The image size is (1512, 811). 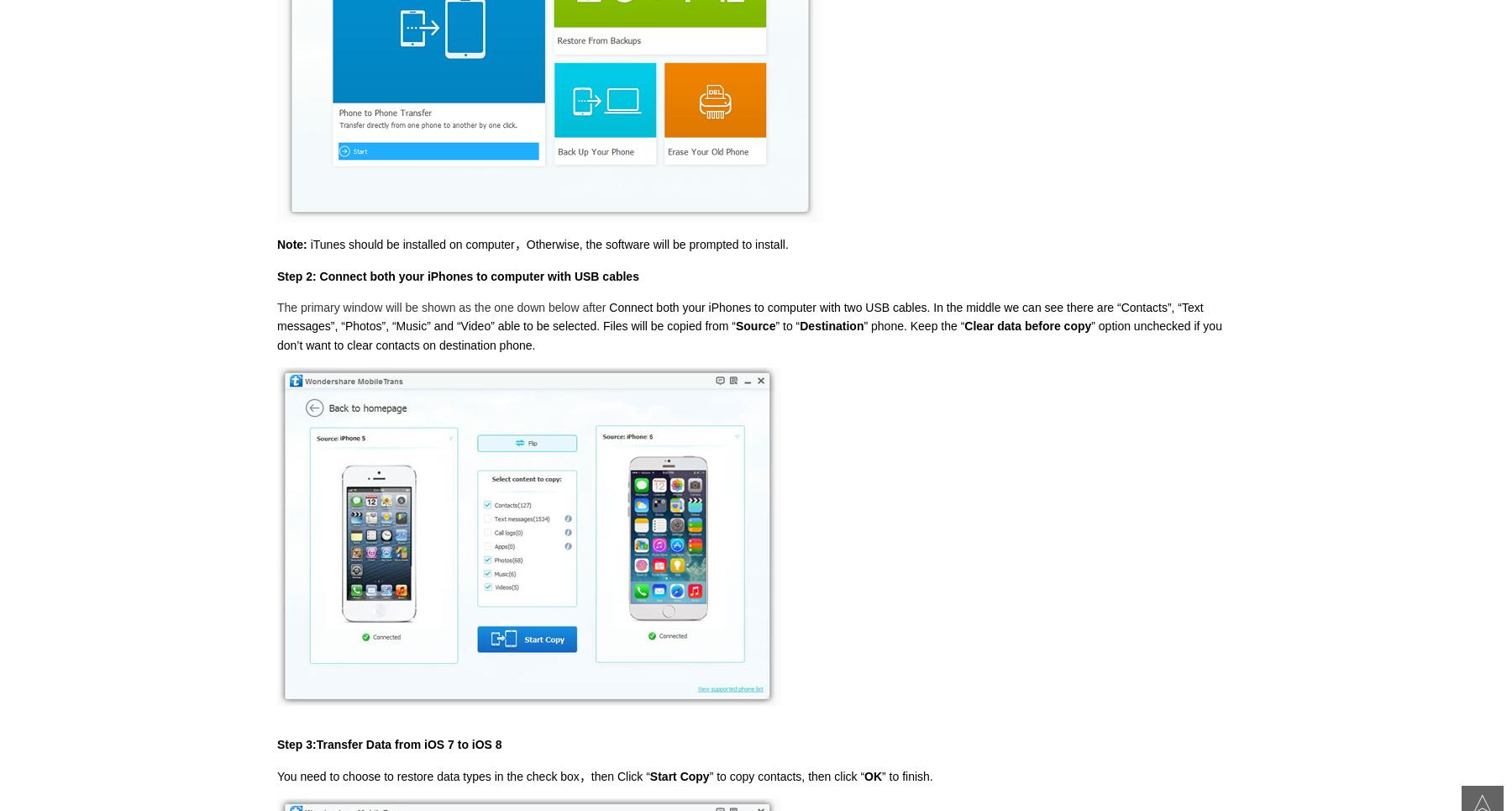 What do you see at coordinates (1026, 325) in the screenshot?
I see `'Clear data before copy'` at bounding box center [1026, 325].